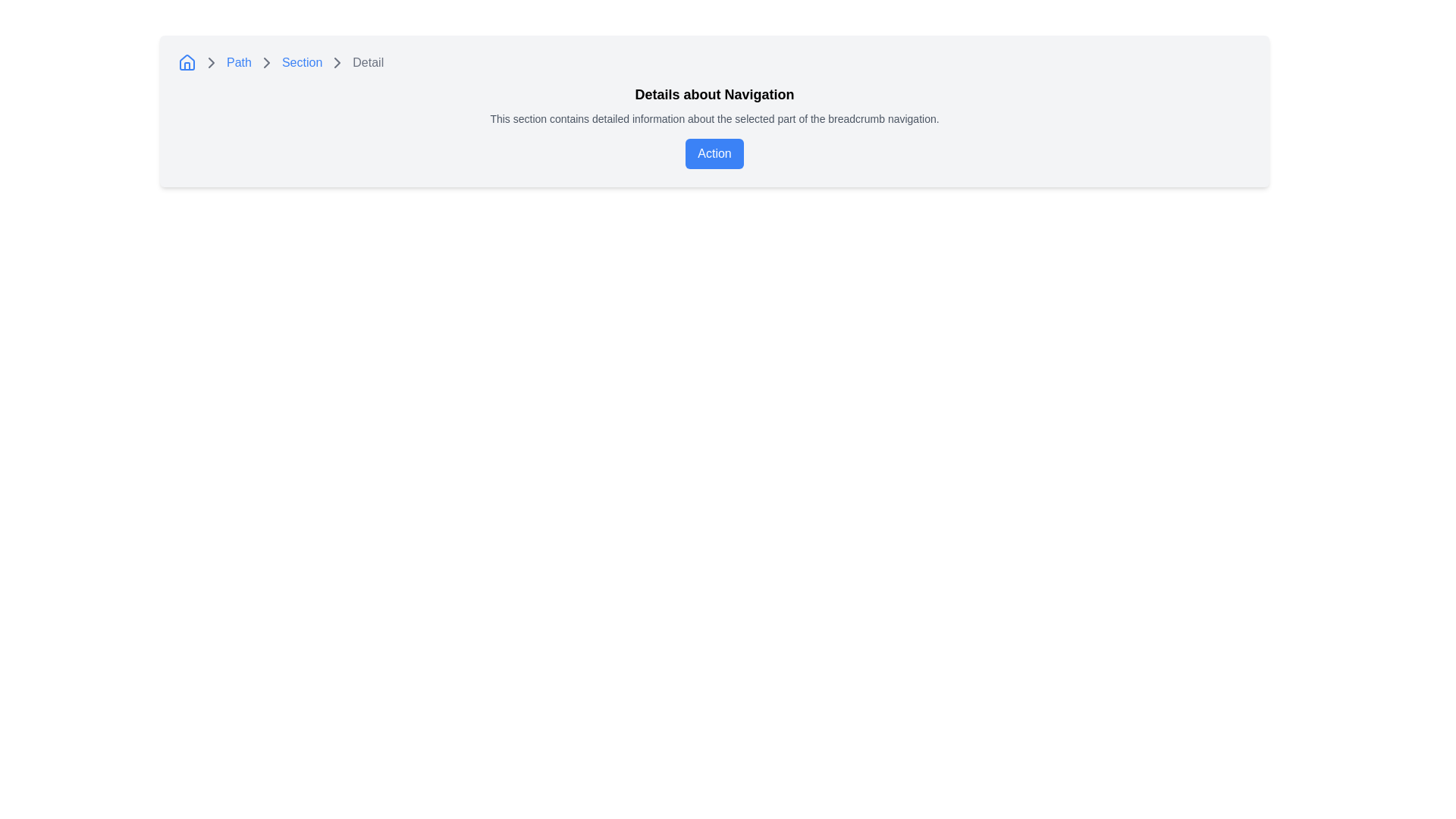 The image size is (1456, 819). I want to click on inner rectangle of the door within the house icon, which is part of the blue outlined house symbol located at the top-left corner of the interface, for debugging purposes, so click(186, 65).